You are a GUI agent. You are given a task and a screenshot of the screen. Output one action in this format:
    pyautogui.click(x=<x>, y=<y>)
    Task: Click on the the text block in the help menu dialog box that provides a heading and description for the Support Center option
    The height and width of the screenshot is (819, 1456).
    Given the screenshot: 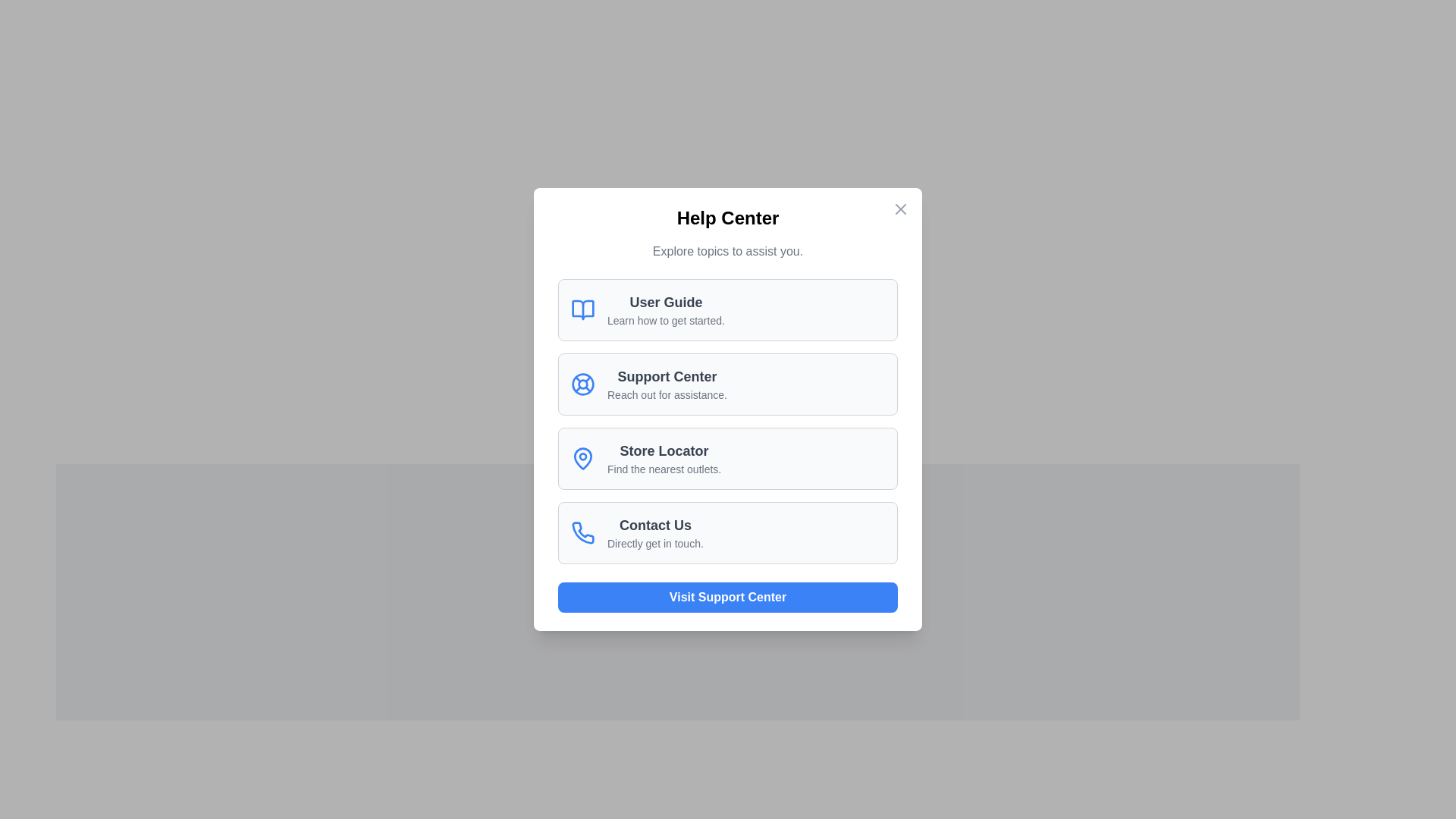 What is the action you would take?
    pyautogui.click(x=667, y=383)
    